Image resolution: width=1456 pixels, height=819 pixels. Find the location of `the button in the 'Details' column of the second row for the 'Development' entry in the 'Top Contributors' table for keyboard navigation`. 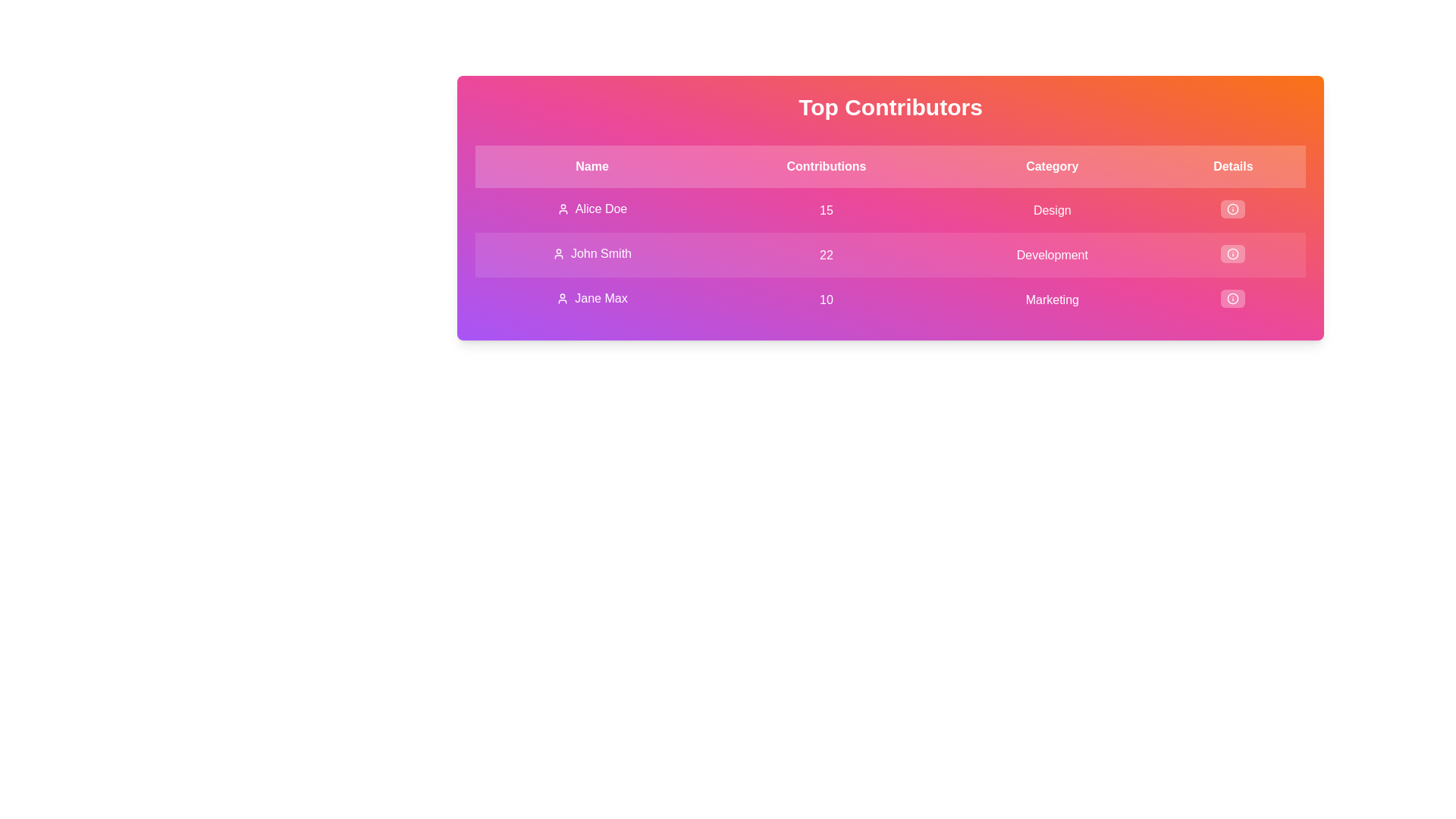

the button in the 'Details' column of the second row for the 'Development' entry in the 'Top Contributors' table for keyboard navigation is located at coordinates (1233, 253).